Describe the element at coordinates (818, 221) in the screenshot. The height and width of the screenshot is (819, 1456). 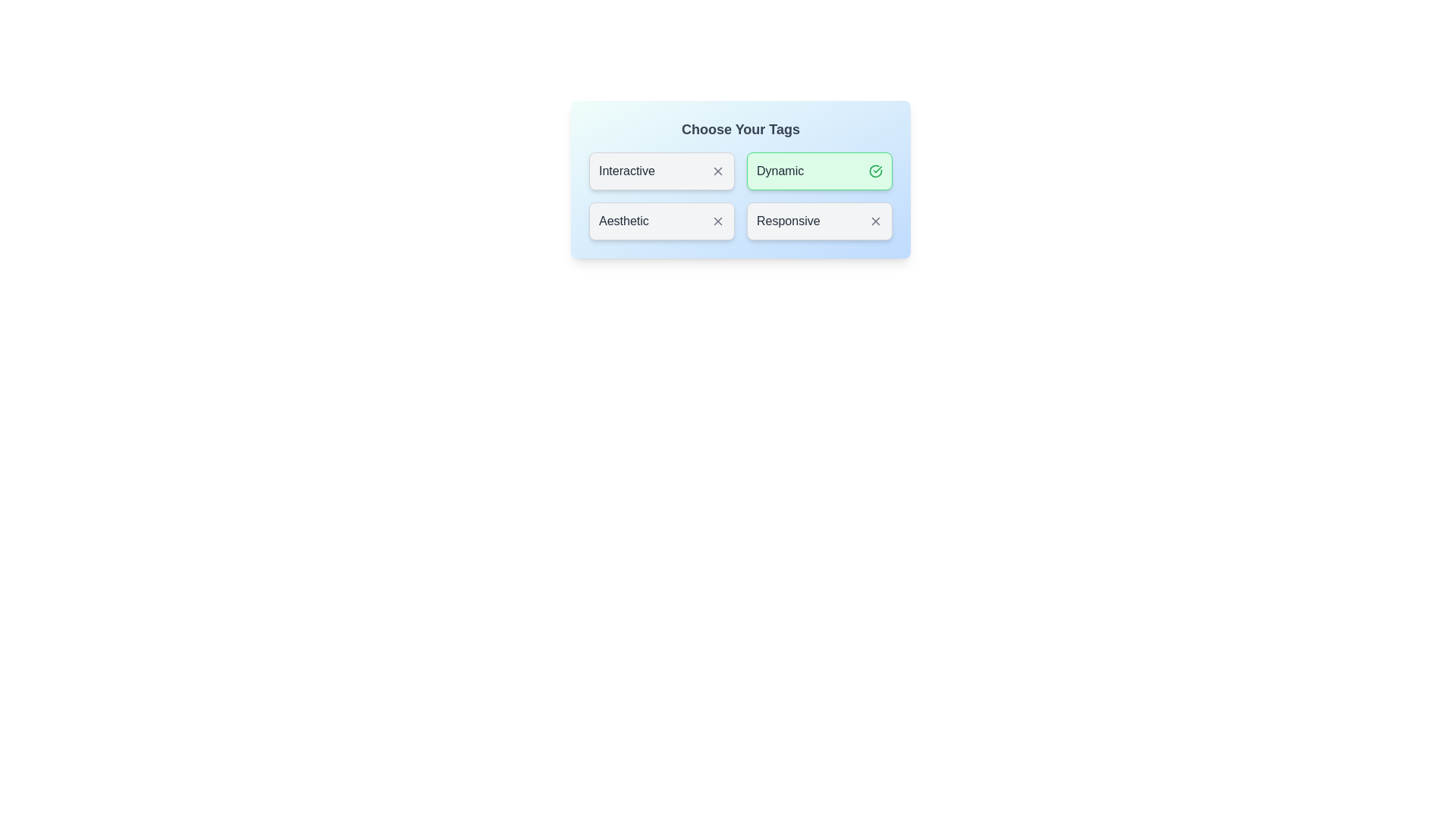
I see `the tag labeled Responsive` at that location.